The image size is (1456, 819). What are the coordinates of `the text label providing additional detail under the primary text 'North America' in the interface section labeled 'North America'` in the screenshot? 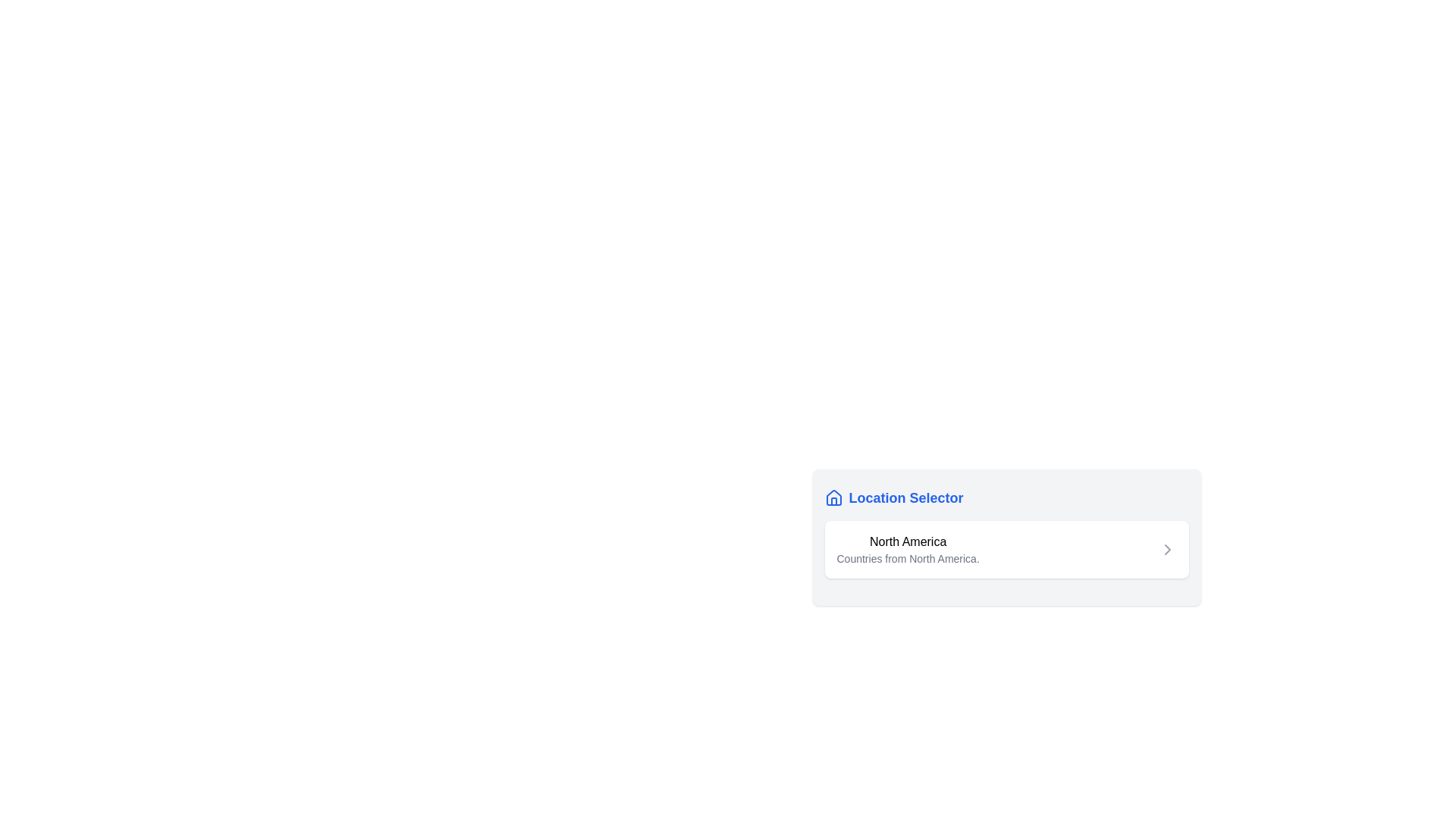 It's located at (908, 558).